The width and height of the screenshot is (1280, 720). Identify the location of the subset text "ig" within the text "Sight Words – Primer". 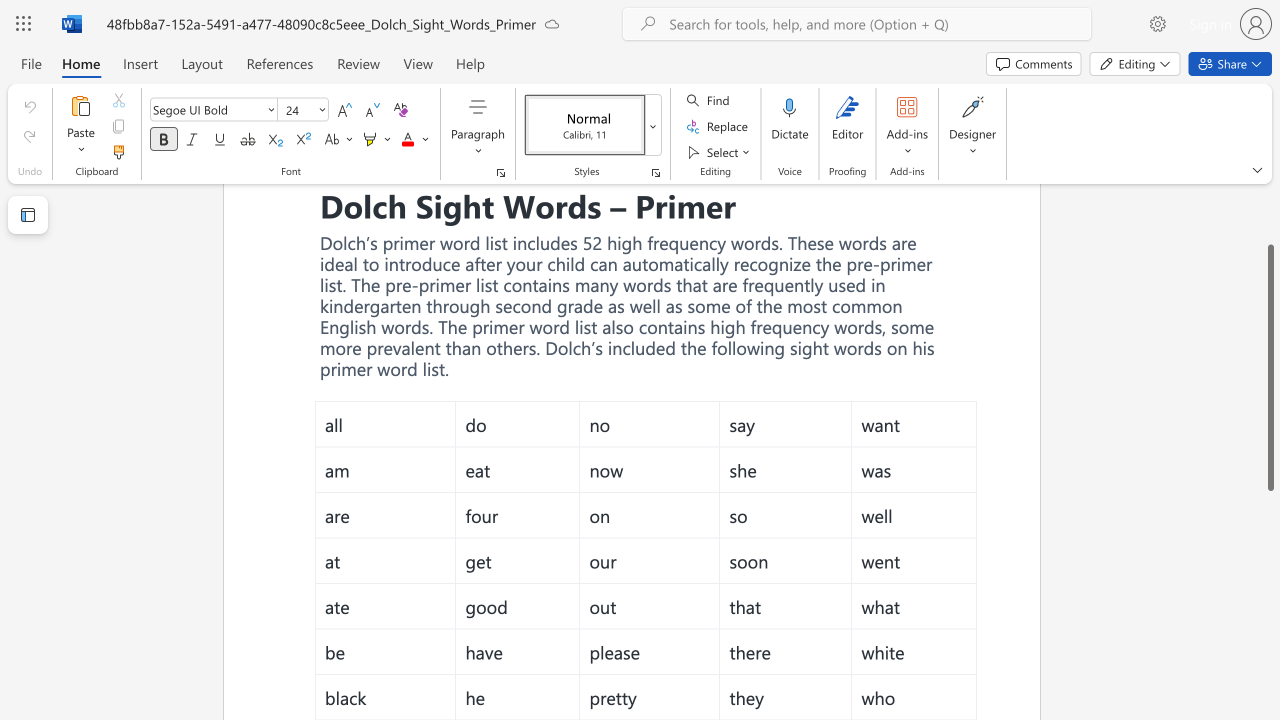
(432, 205).